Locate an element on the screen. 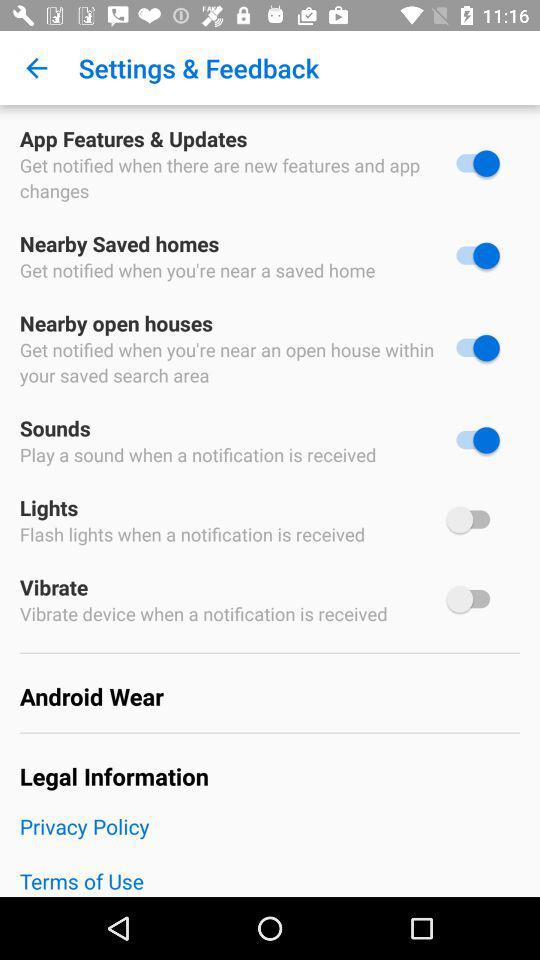 The height and width of the screenshot is (960, 540). the item below legal information item is located at coordinates (270, 839).